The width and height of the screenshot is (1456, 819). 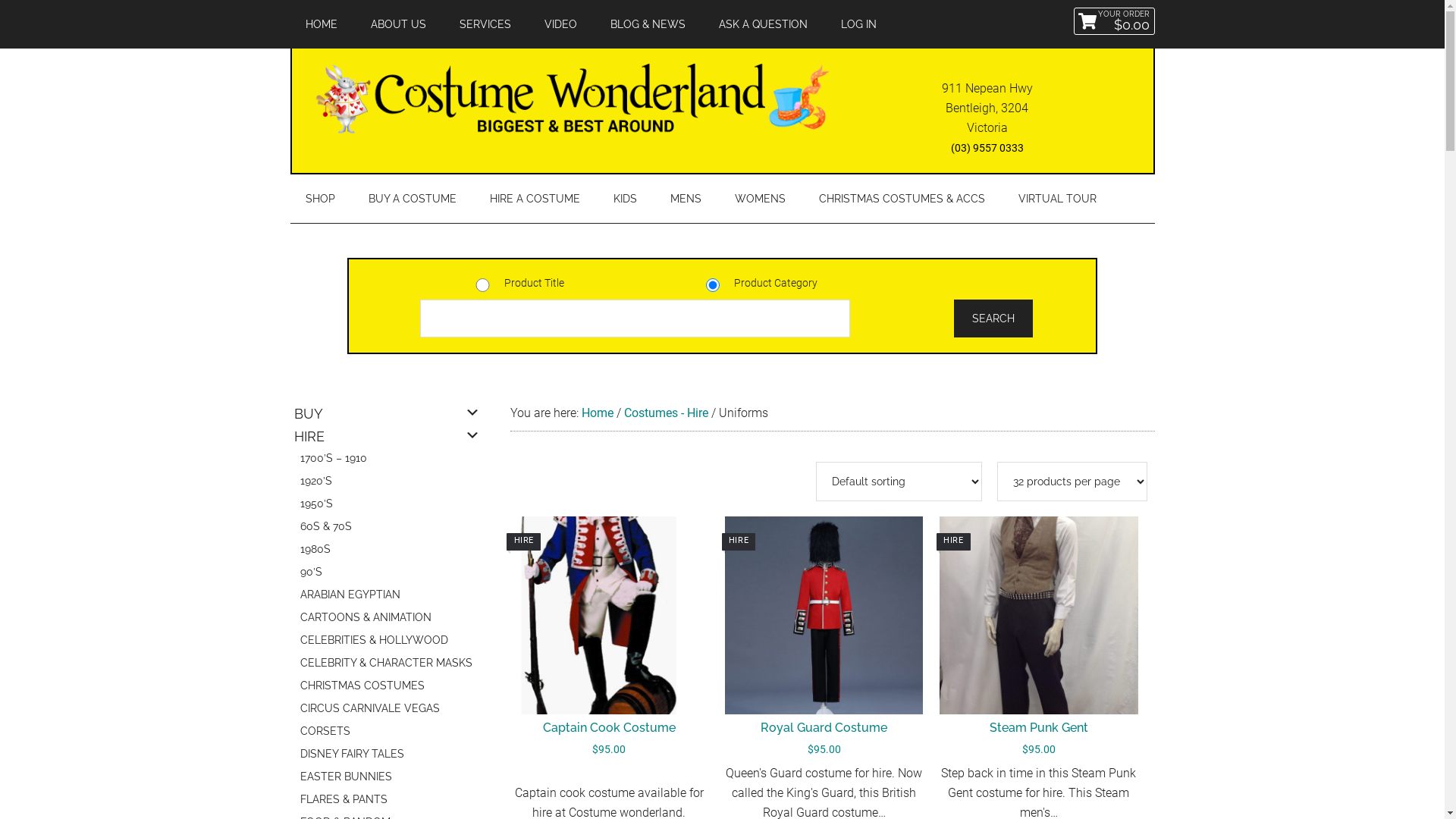 What do you see at coordinates (295, 711) in the screenshot?
I see `'CIRCUS CARNIVALE VEGAS'` at bounding box center [295, 711].